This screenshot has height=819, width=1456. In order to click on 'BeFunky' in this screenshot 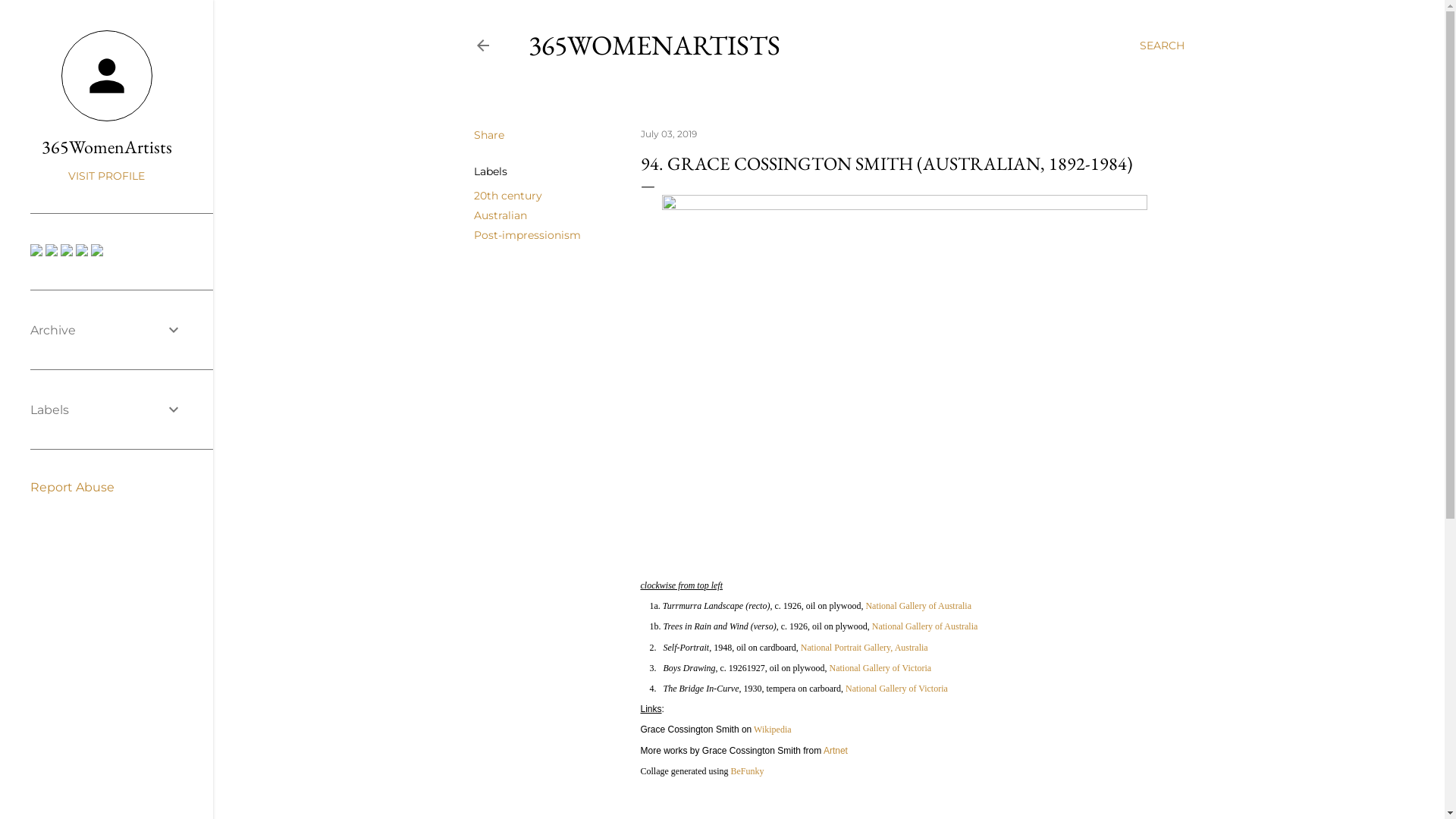, I will do `click(730, 771)`.